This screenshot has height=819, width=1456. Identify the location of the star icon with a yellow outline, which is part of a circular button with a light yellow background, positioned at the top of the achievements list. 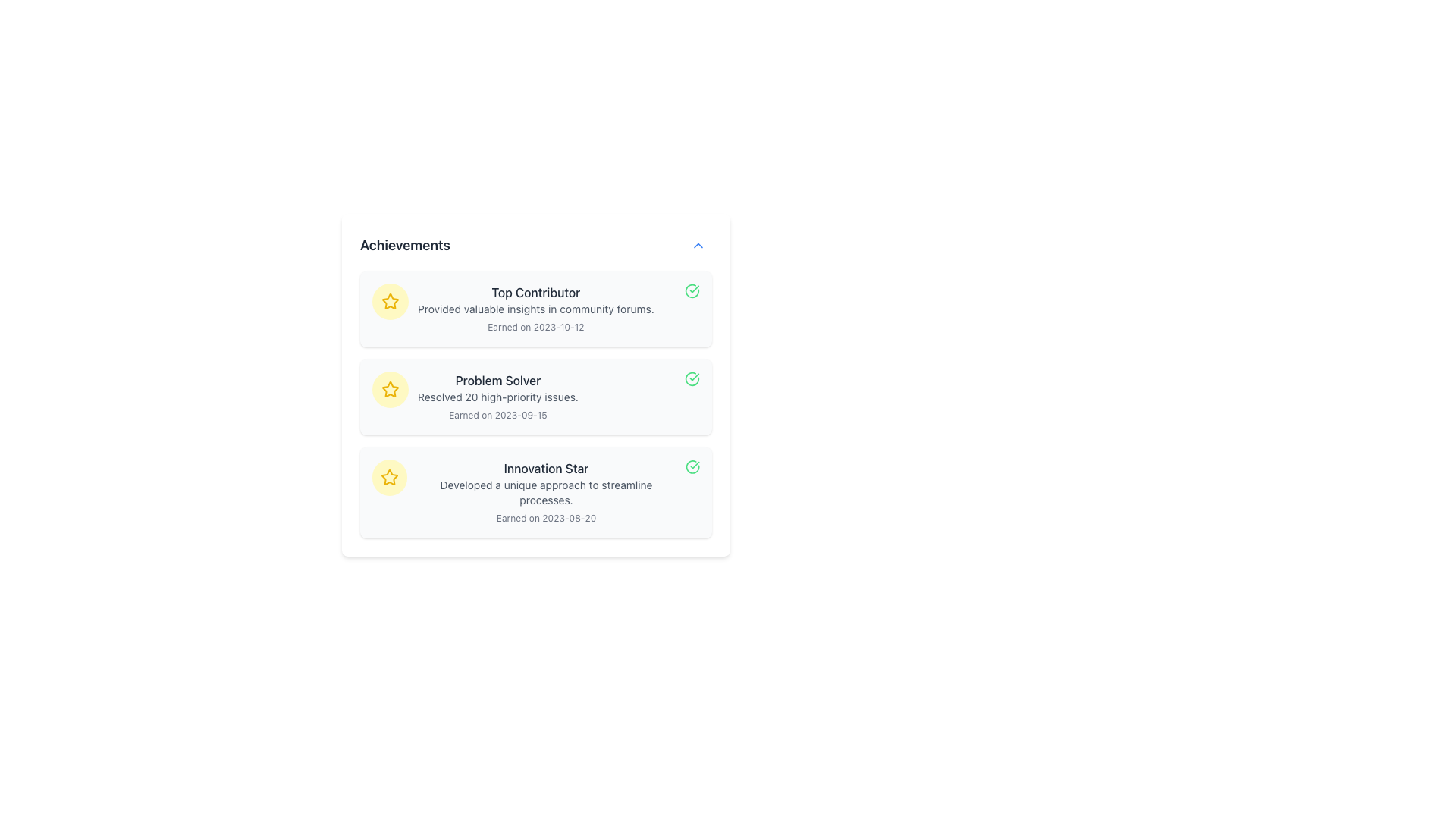
(390, 301).